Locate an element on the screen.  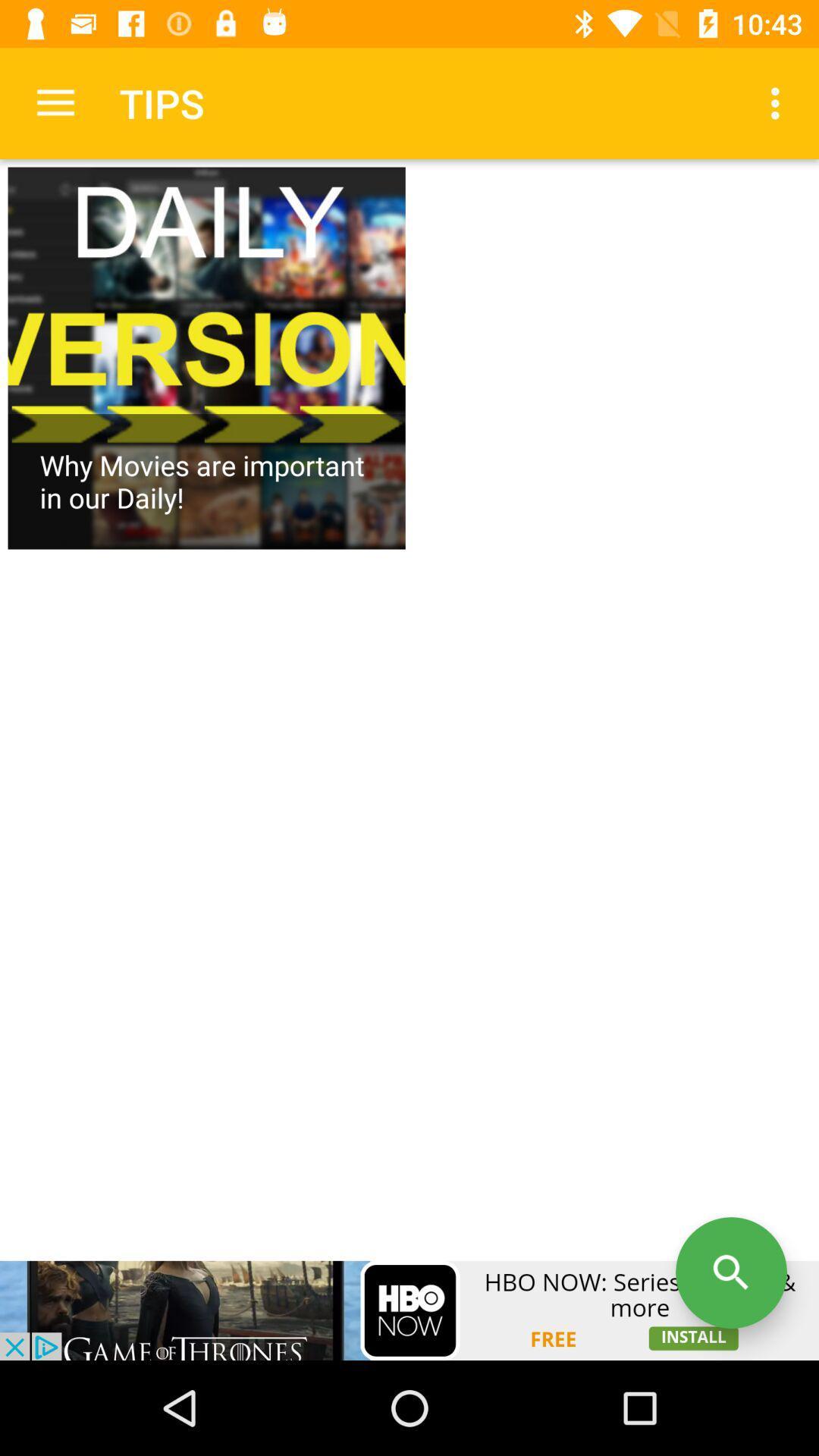
advertisement is located at coordinates (409, 1310).